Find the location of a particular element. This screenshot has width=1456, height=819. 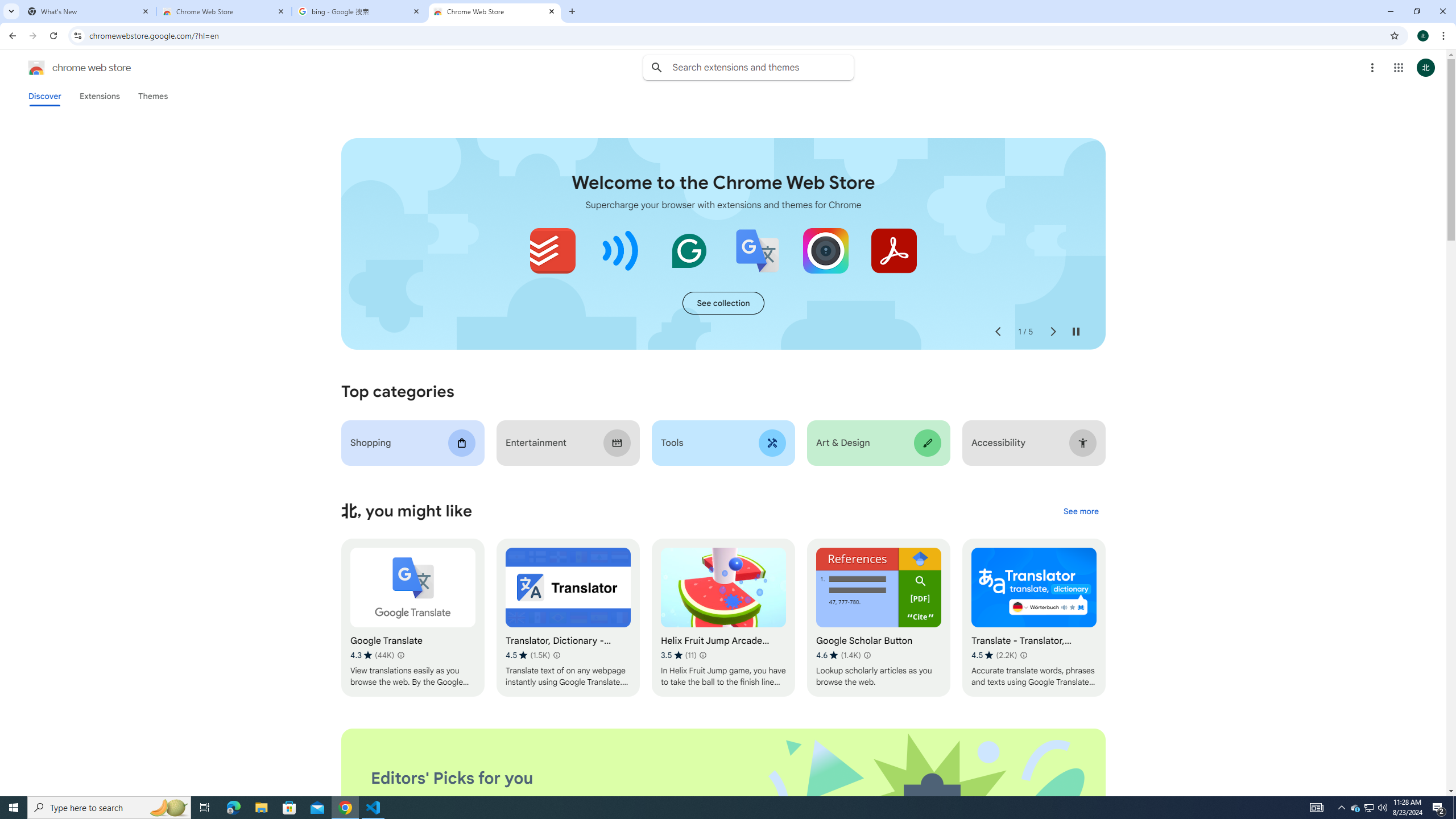

'Extensions' is located at coordinates (100, 96).